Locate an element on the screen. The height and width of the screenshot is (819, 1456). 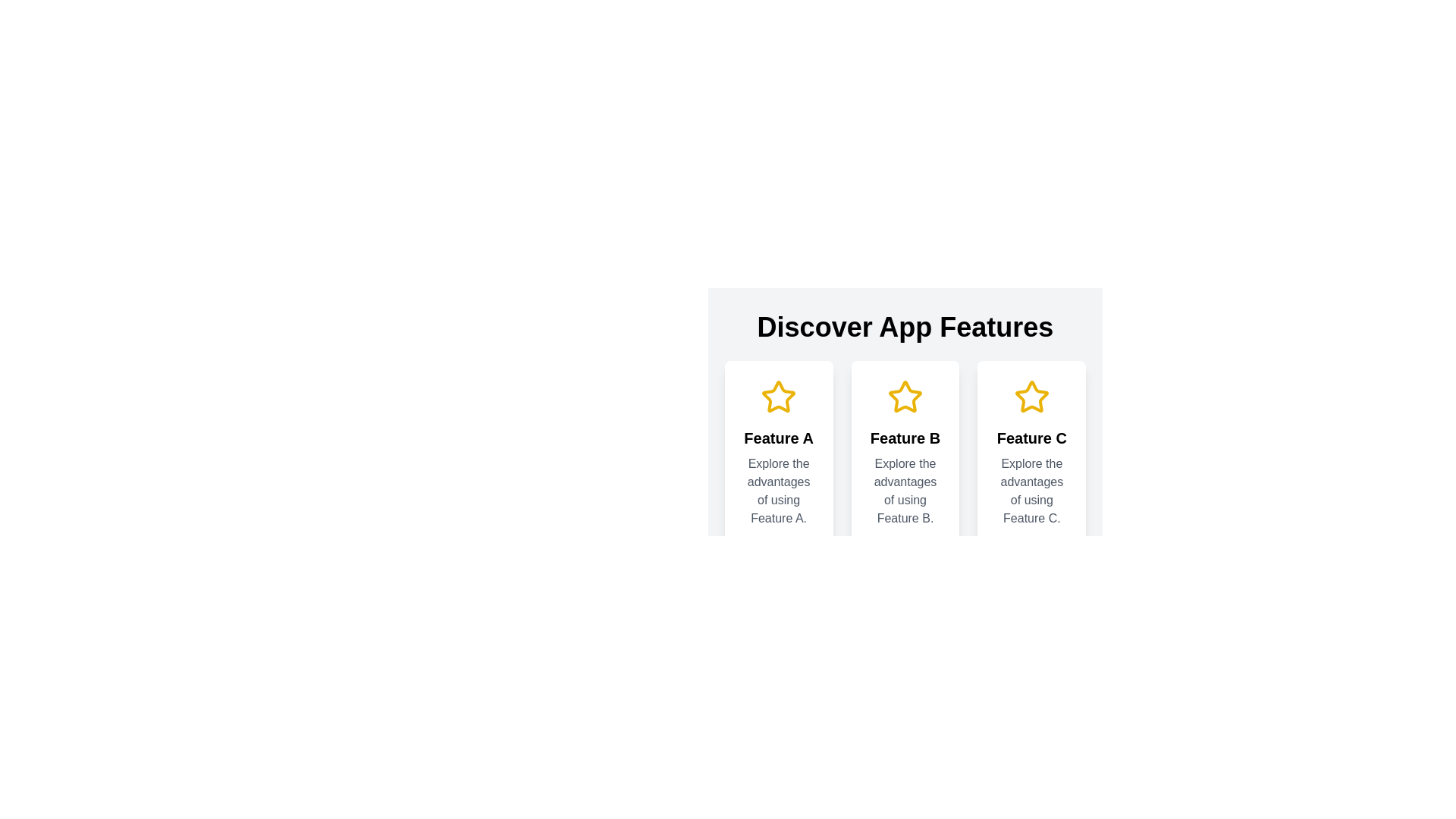
the text header that acts as a title for 'Feature B' is located at coordinates (905, 438).